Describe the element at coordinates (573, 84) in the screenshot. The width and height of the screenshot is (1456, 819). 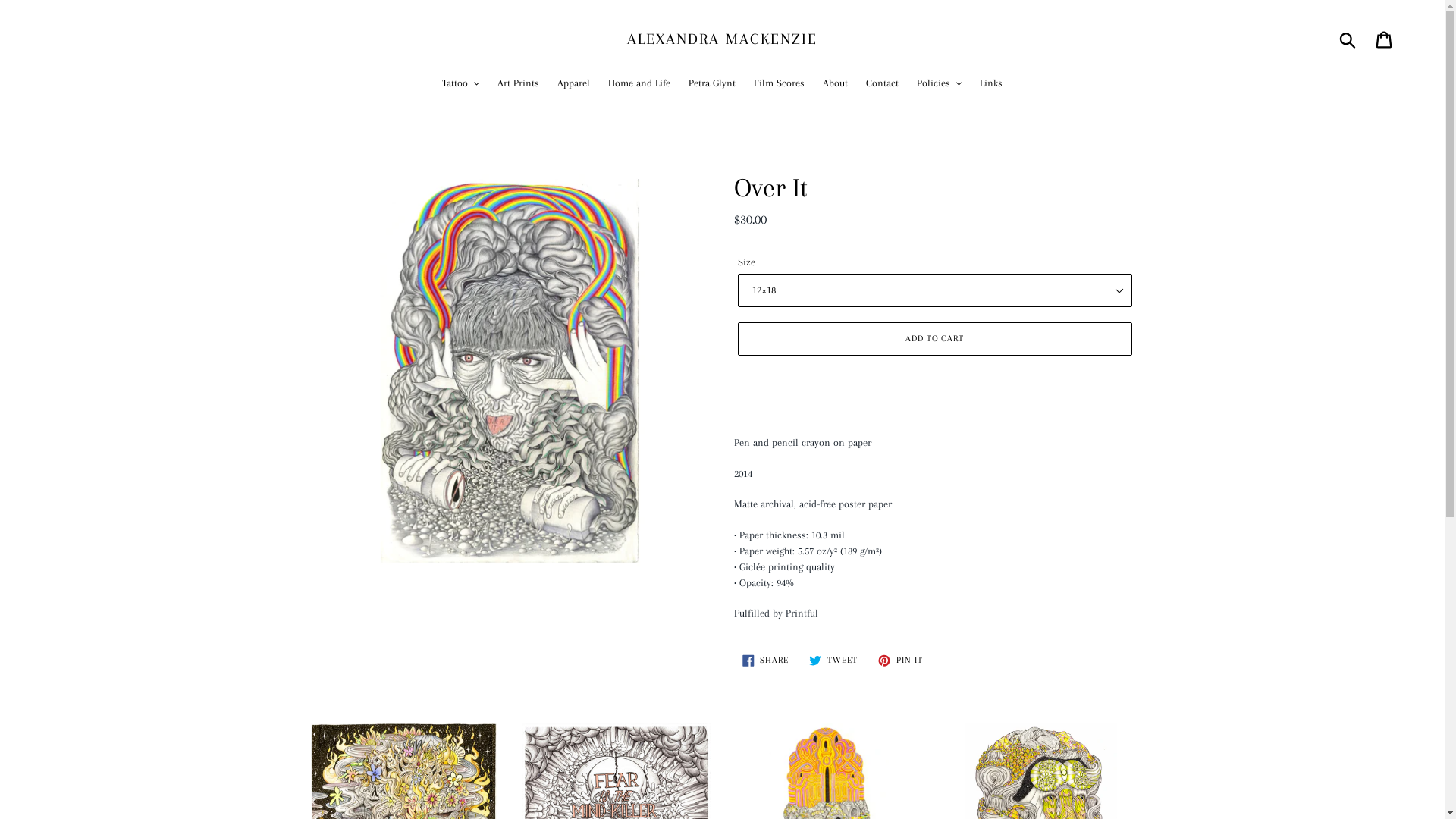
I see `'Apparel'` at that location.